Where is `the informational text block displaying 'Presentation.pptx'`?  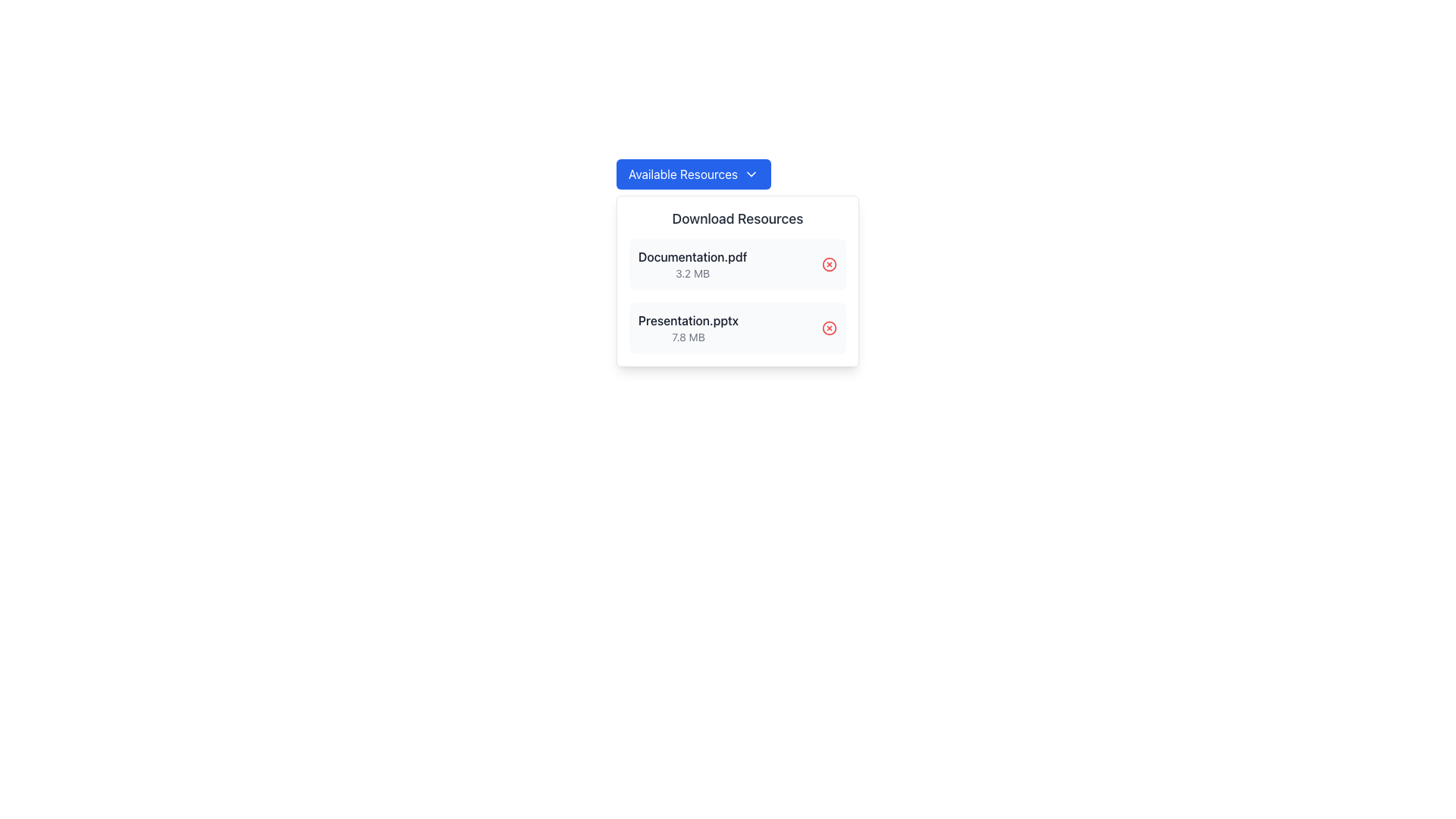
the informational text block displaying 'Presentation.pptx' is located at coordinates (687, 327).